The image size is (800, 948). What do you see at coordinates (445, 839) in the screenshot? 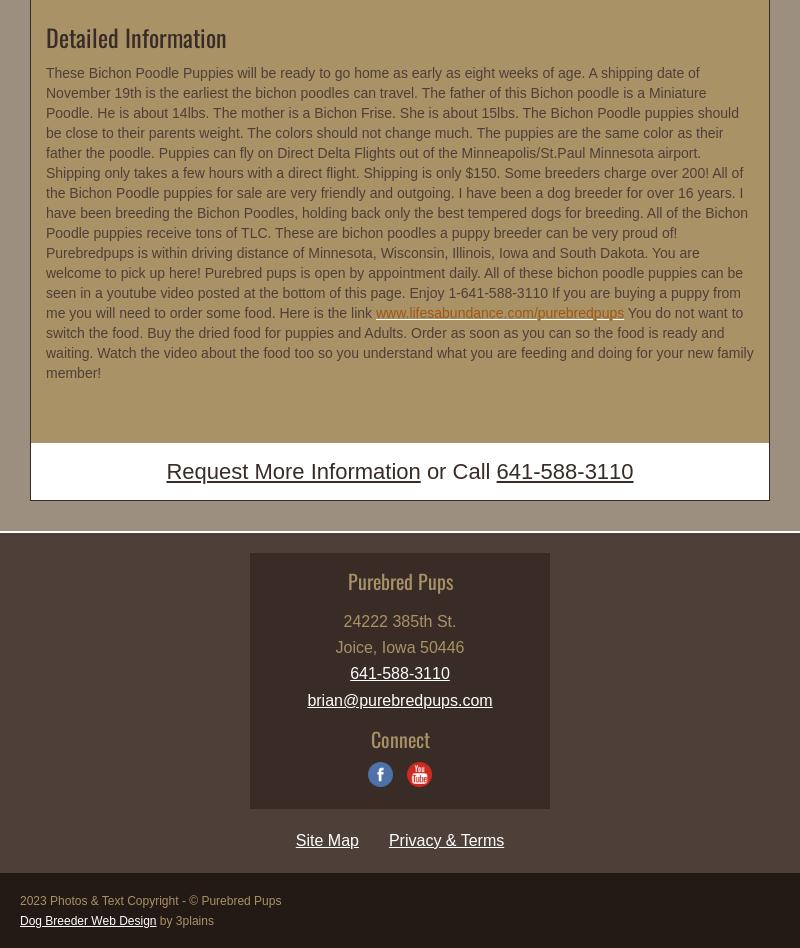
I see `'Privacy & Terms'` at bounding box center [445, 839].